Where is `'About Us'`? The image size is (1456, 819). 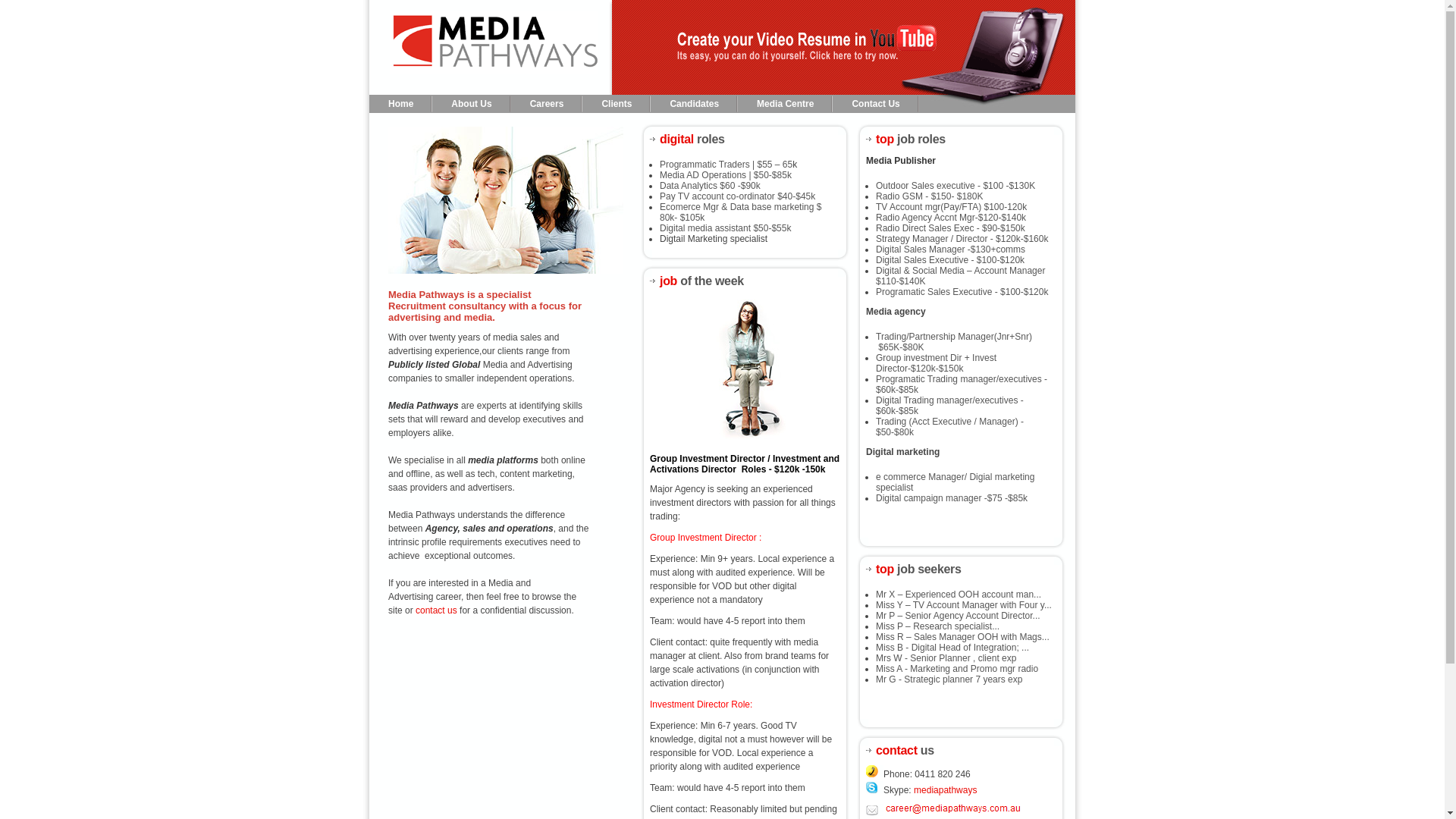 'About Us' is located at coordinates (470, 103).